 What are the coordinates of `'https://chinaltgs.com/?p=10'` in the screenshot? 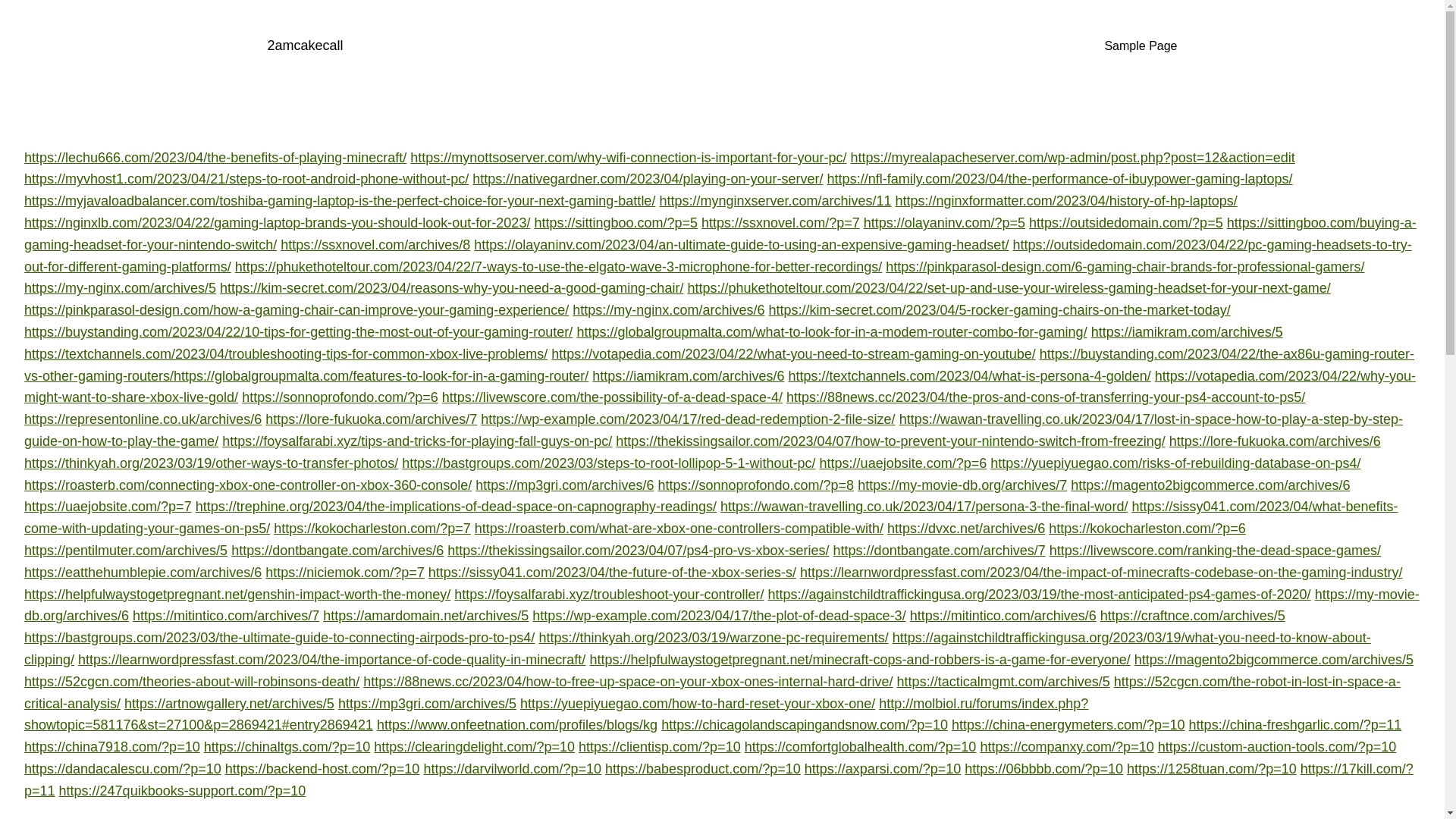 It's located at (287, 745).